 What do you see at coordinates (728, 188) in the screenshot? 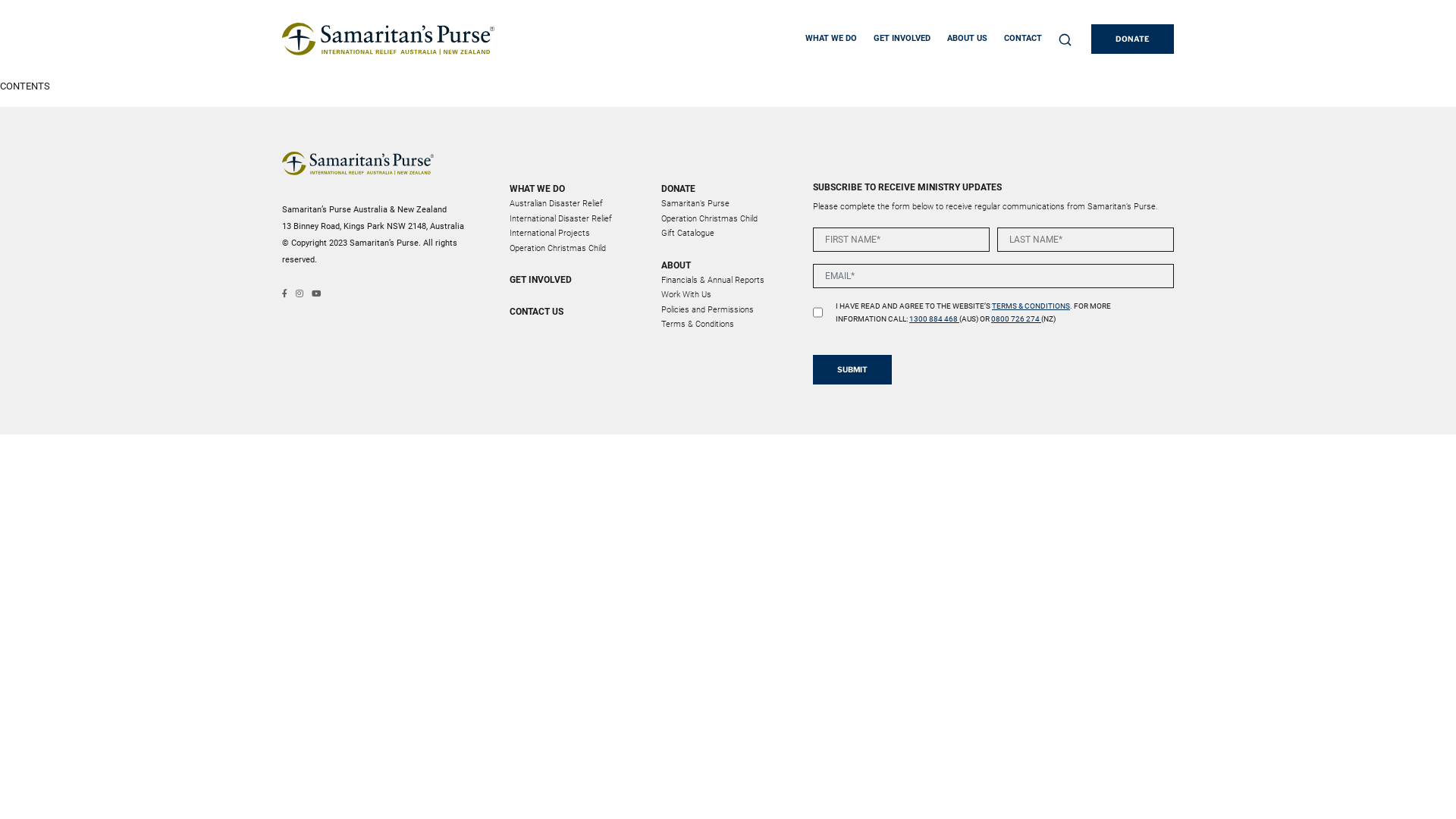
I see `'DONATE'` at bounding box center [728, 188].